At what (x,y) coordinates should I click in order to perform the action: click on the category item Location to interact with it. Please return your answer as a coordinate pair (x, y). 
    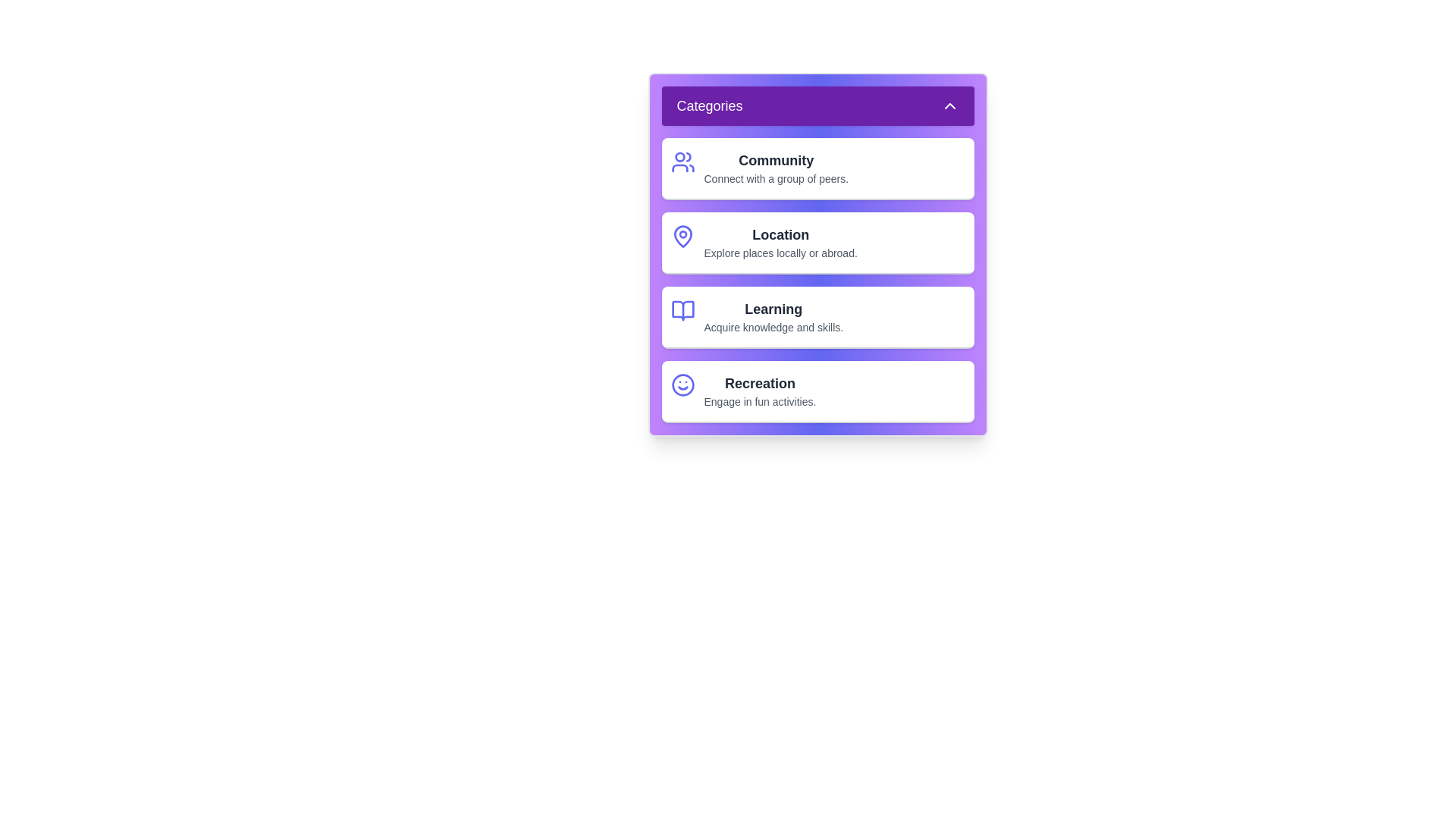
    Looking at the image, I should click on (817, 242).